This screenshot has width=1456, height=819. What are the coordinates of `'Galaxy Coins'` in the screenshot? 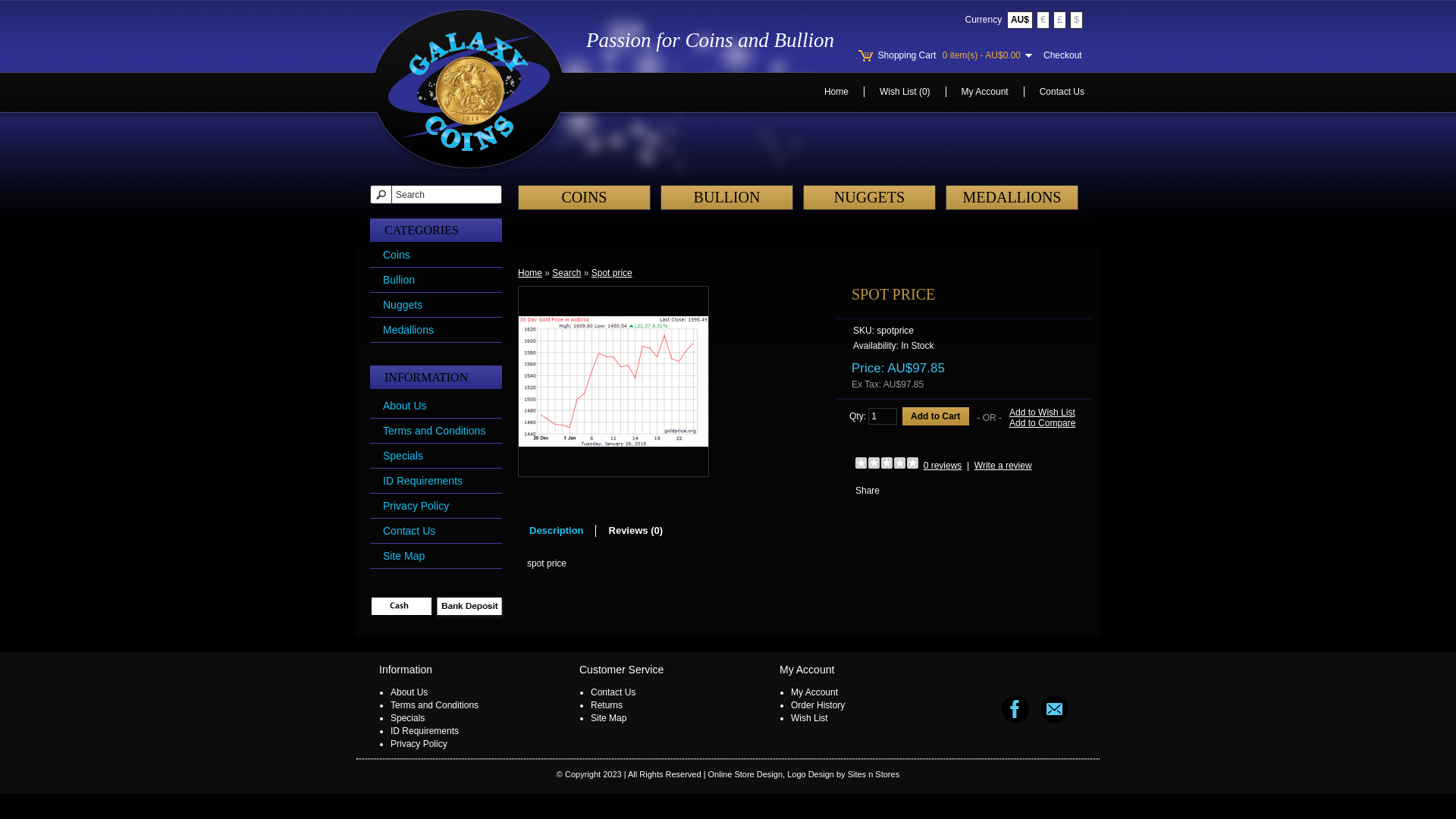 It's located at (468, 91).